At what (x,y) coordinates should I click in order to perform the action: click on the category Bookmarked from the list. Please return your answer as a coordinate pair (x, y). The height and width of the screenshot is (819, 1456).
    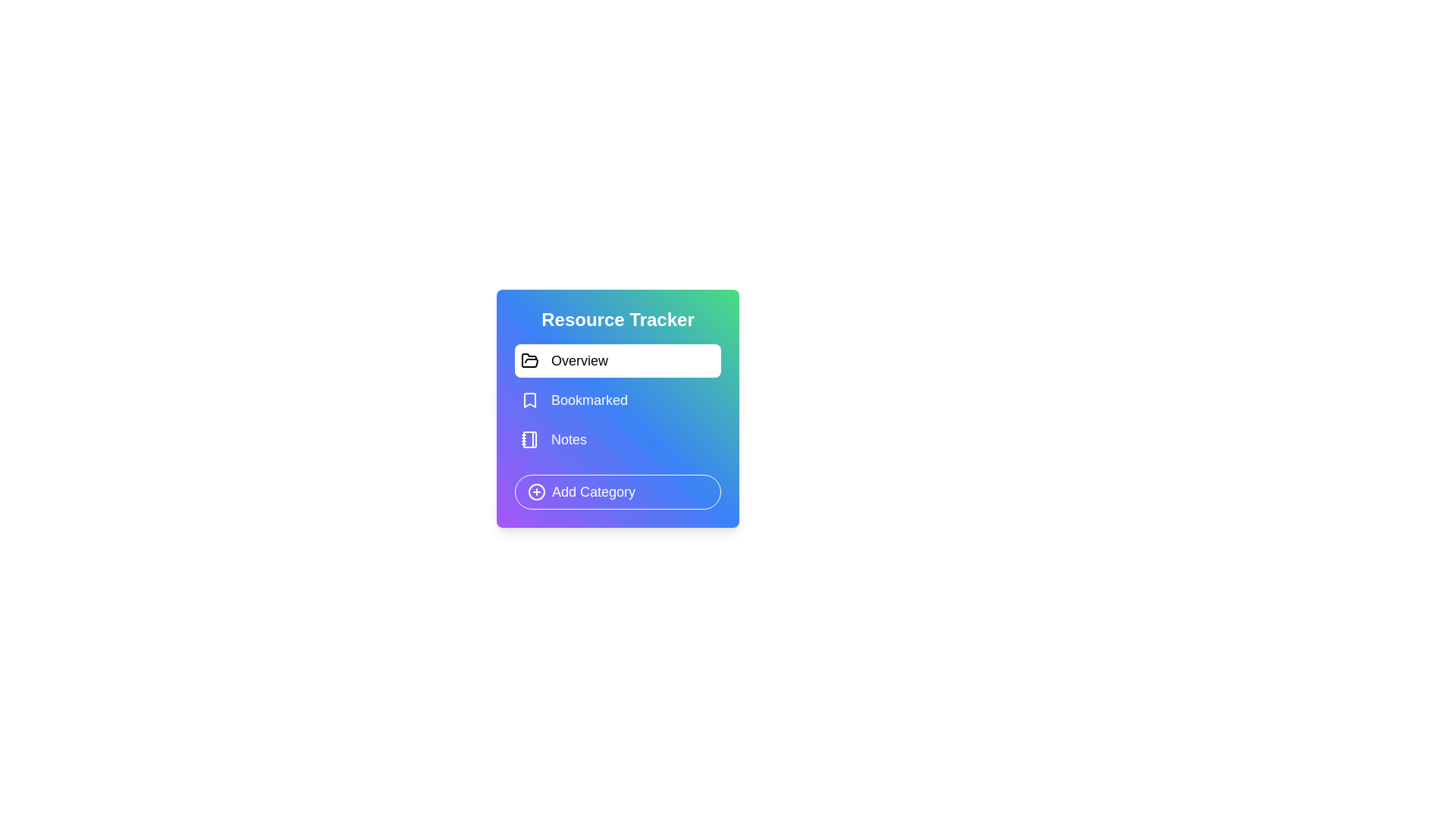
    Looking at the image, I should click on (618, 400).